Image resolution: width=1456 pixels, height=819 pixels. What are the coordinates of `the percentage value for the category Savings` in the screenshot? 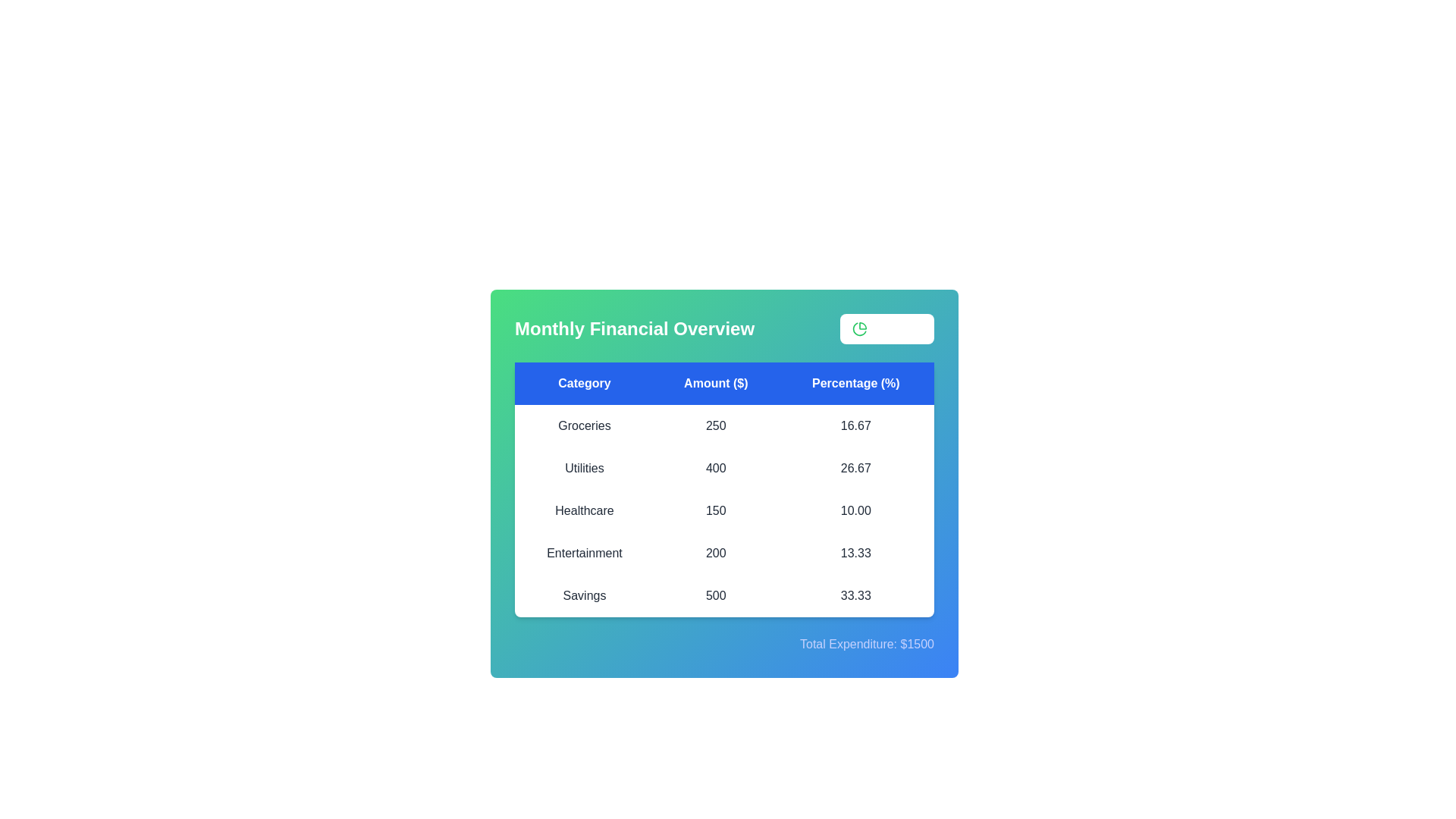 It's located at (855, 595).